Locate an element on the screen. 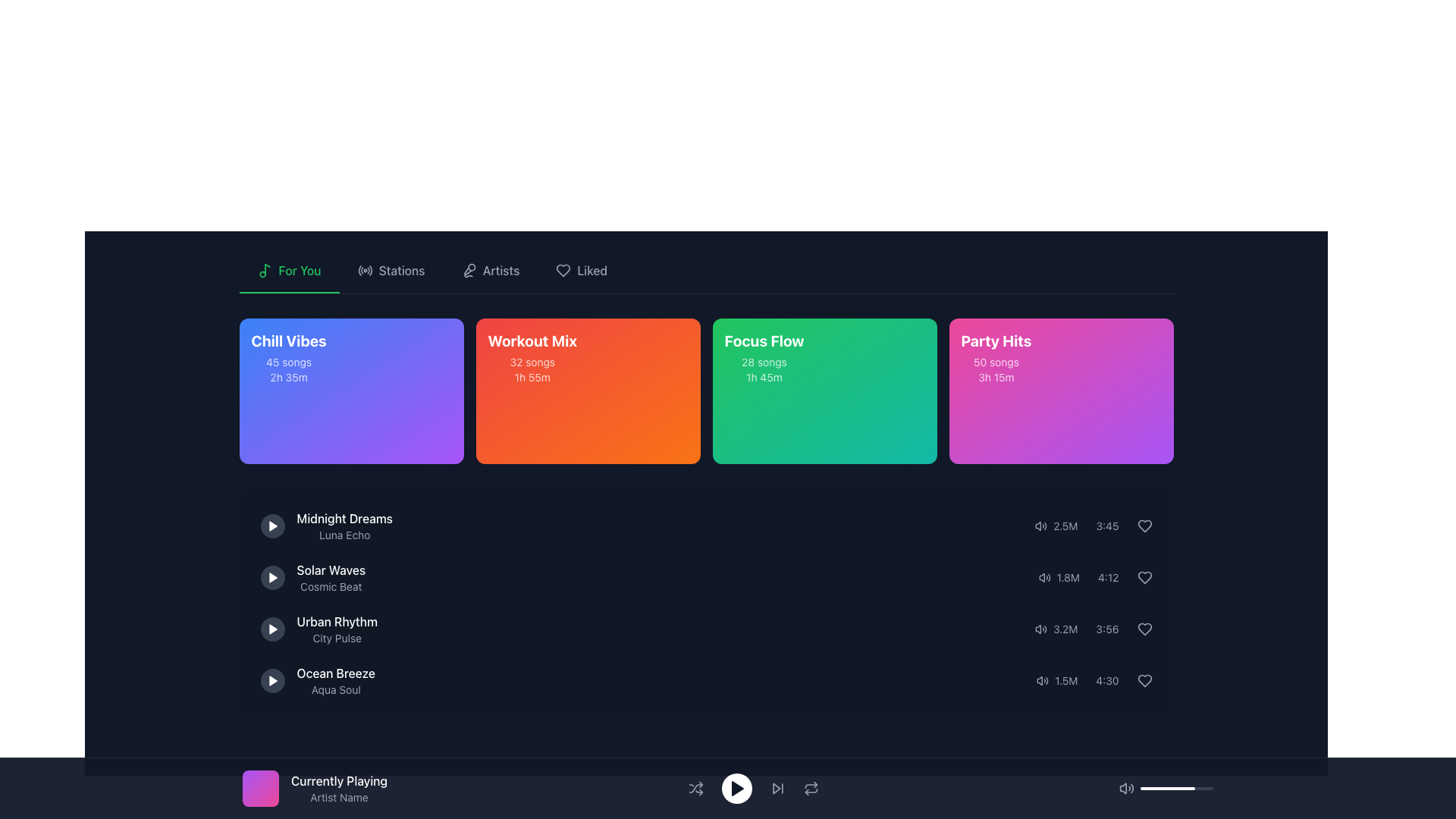 Image resolution: width=1456 pixels, height=819 pixels. displayed information from the gray-colored text label '3:56' in the music playlist interface, which is styled in a minimalist sans-serif font and positioned alongside other metadata is located at coordinates (1107, 629).